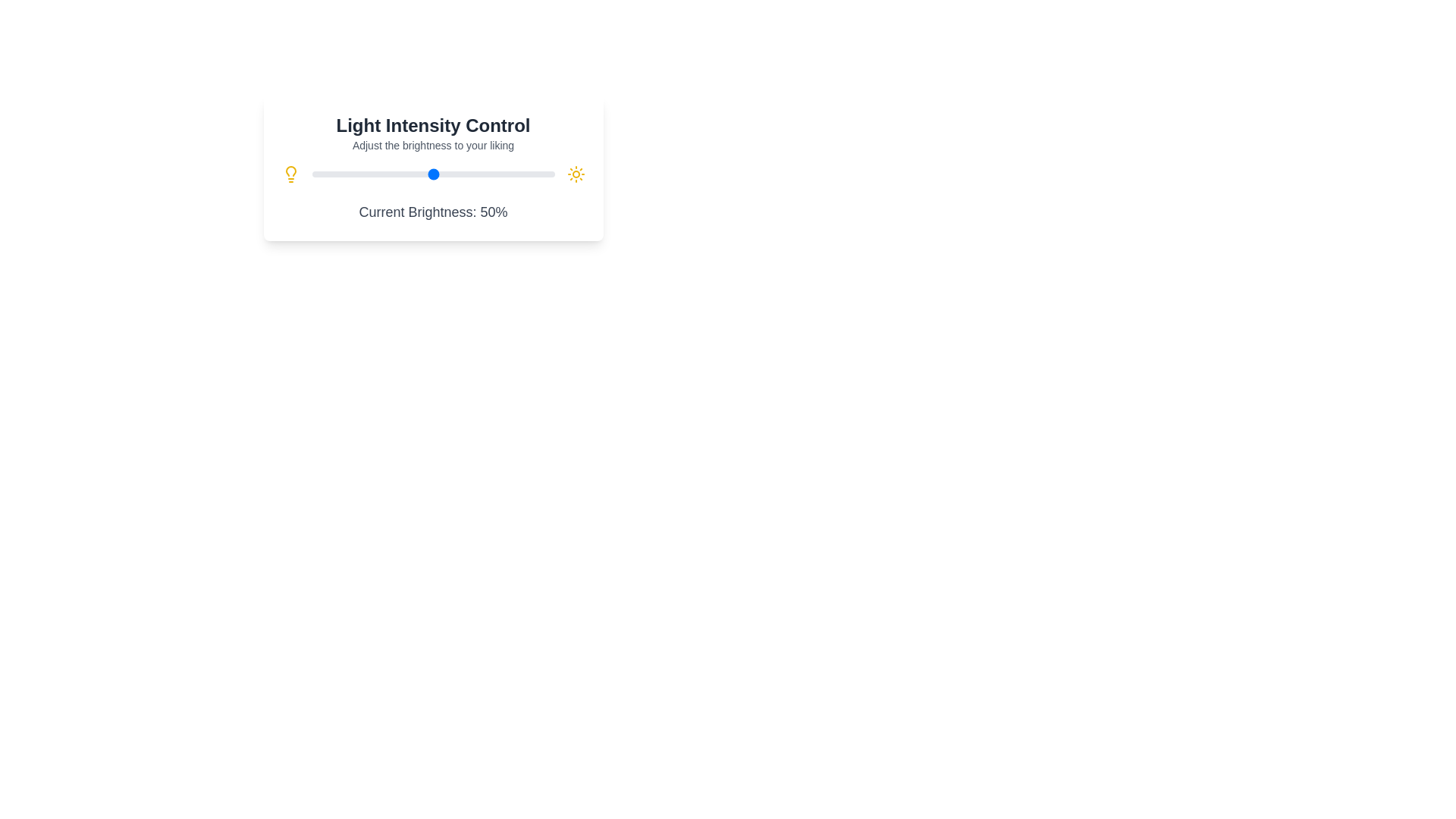 This screenshot has width=1456, height=819. Describe the element at coordinates (432, 212) in the screenshot. I see `the displayed brightness value from the text component` at that location.